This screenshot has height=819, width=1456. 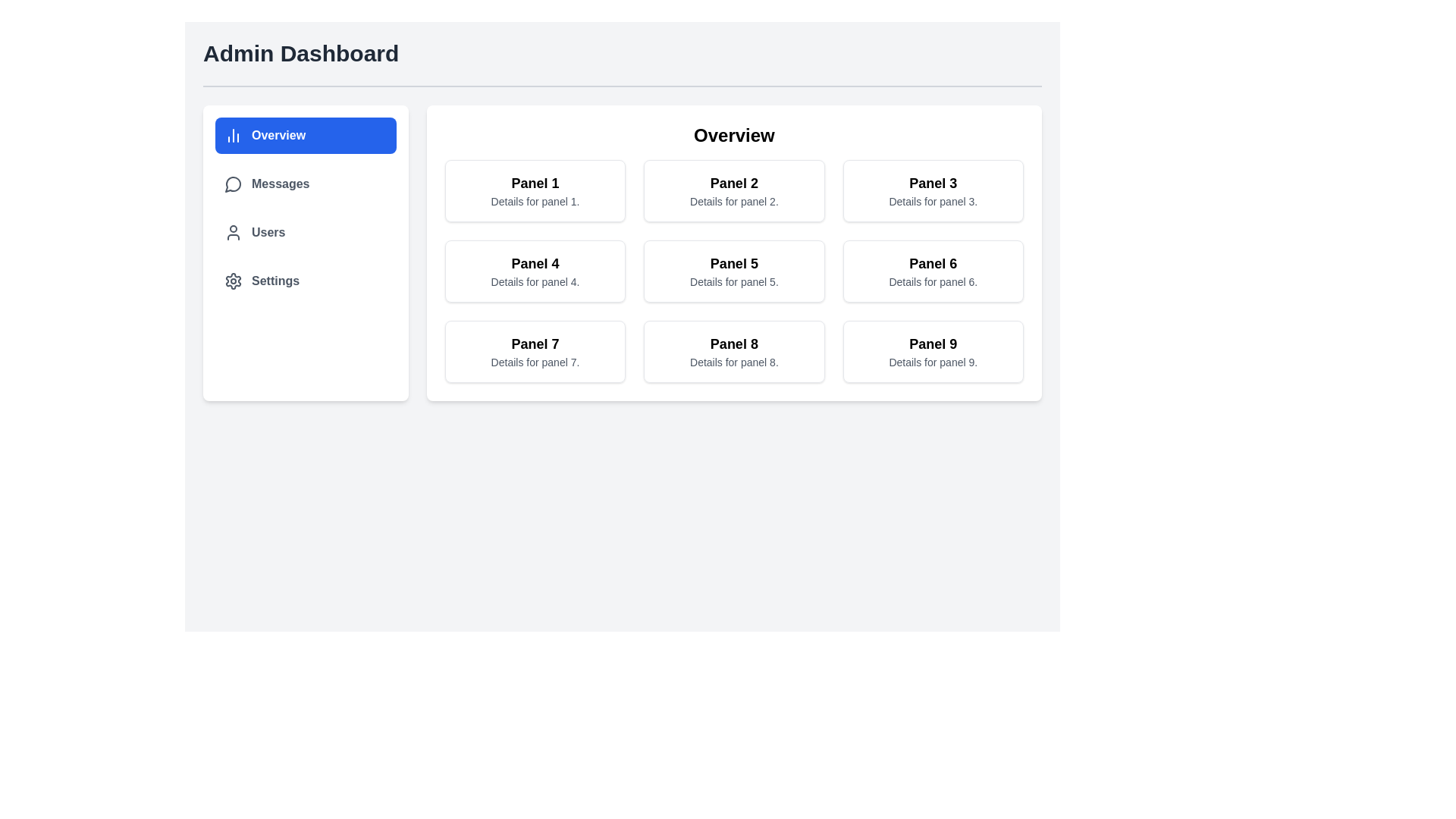 What do you see at coordinates (734, 190) in the screenshot?
I see `title of the Card labeled 'Panel 2', which is the second item in the top row of a 3-by-3 grid layout, positioned between 'Panel 1' and 'Panel 3'` at bounding box center [734, 190].